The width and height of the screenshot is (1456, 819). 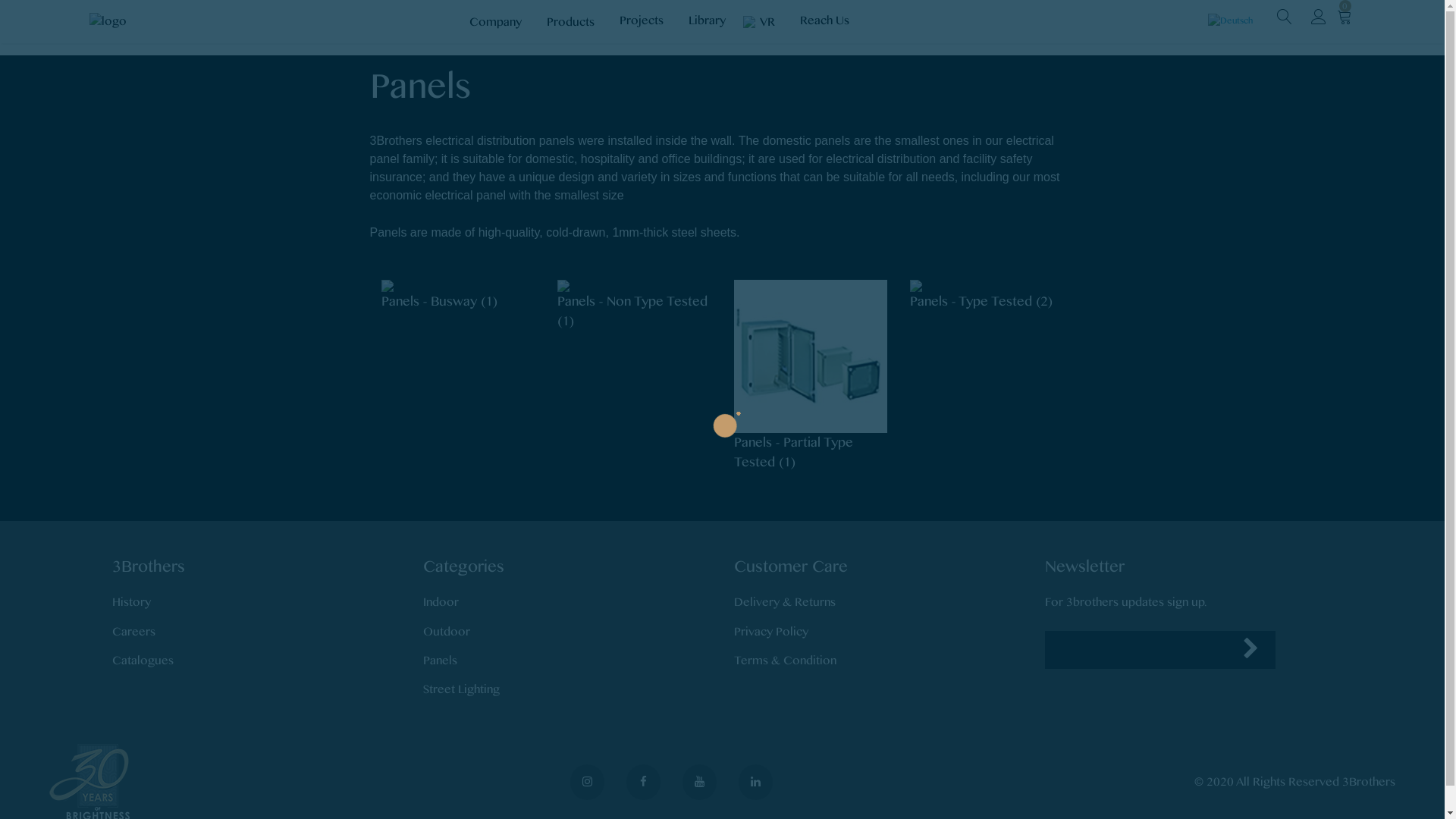 What do you see at coordinates (810, 375) in the screenshot?
I see `'Panels - Partial Type Tested (1)'` at bounding box center [810, 375].